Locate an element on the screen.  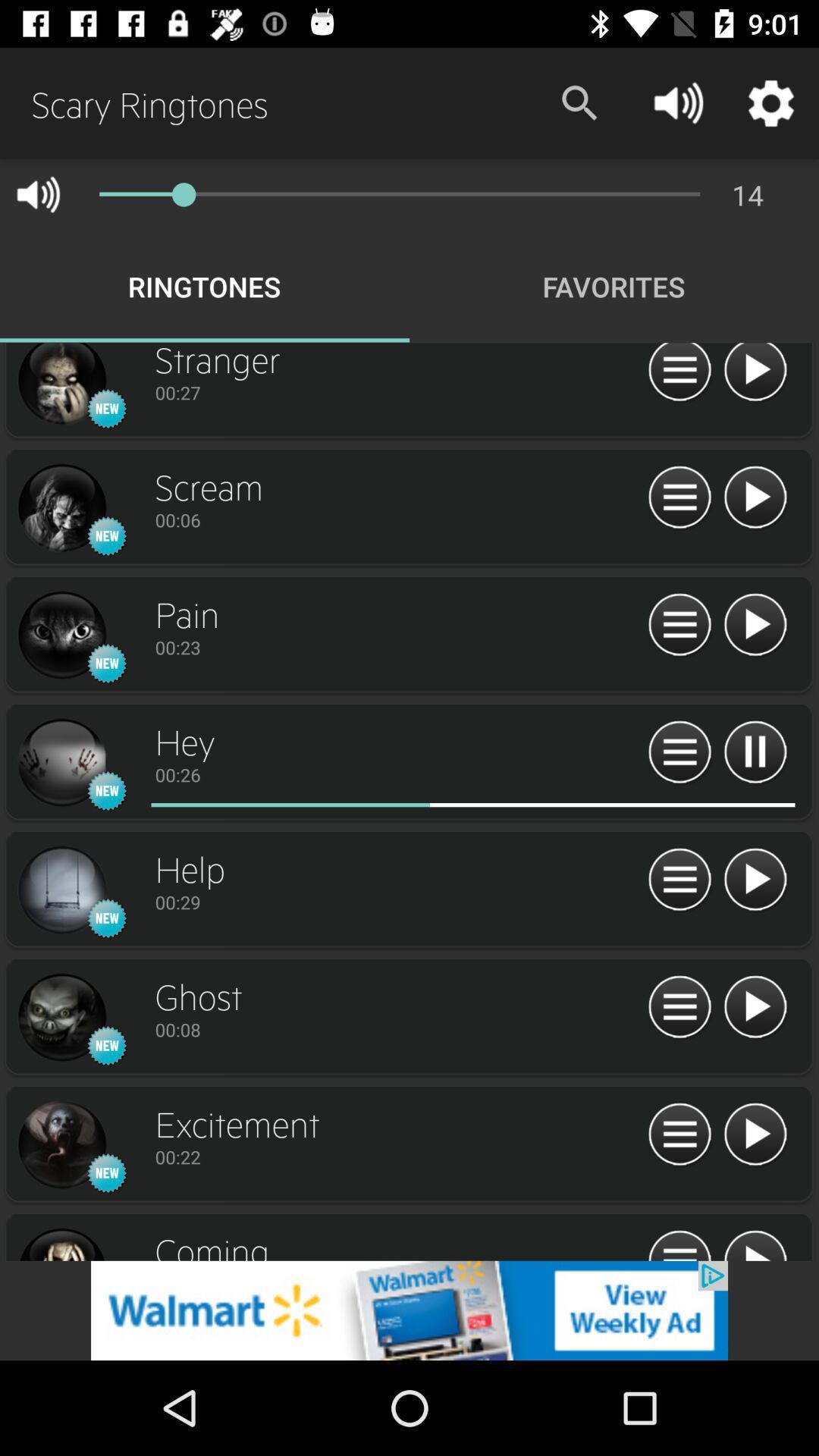
option is located at coordinates (755, 375).